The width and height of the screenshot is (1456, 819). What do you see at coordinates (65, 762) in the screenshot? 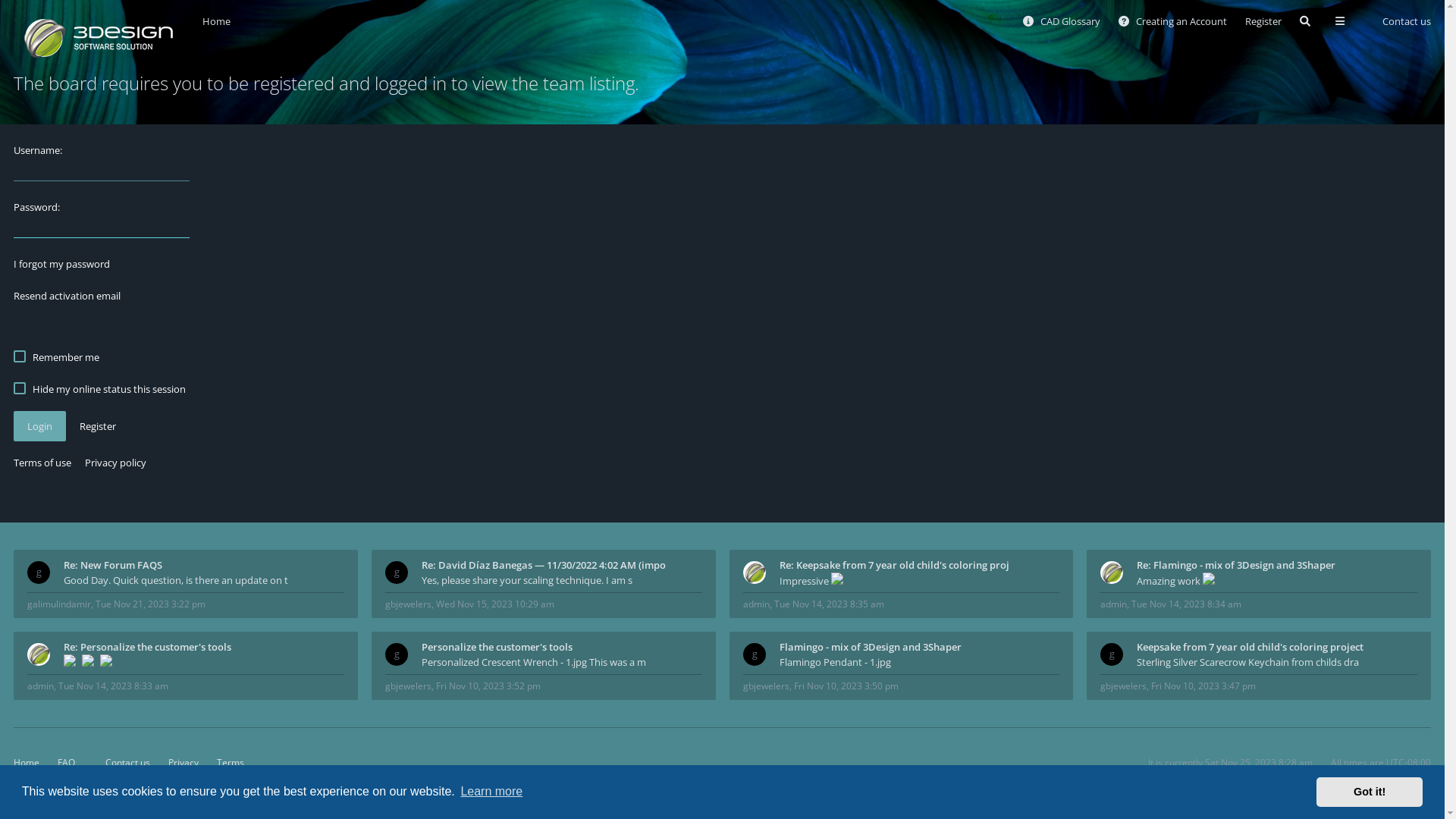
I see `'FAQ'` at bounding box center [65, 762].